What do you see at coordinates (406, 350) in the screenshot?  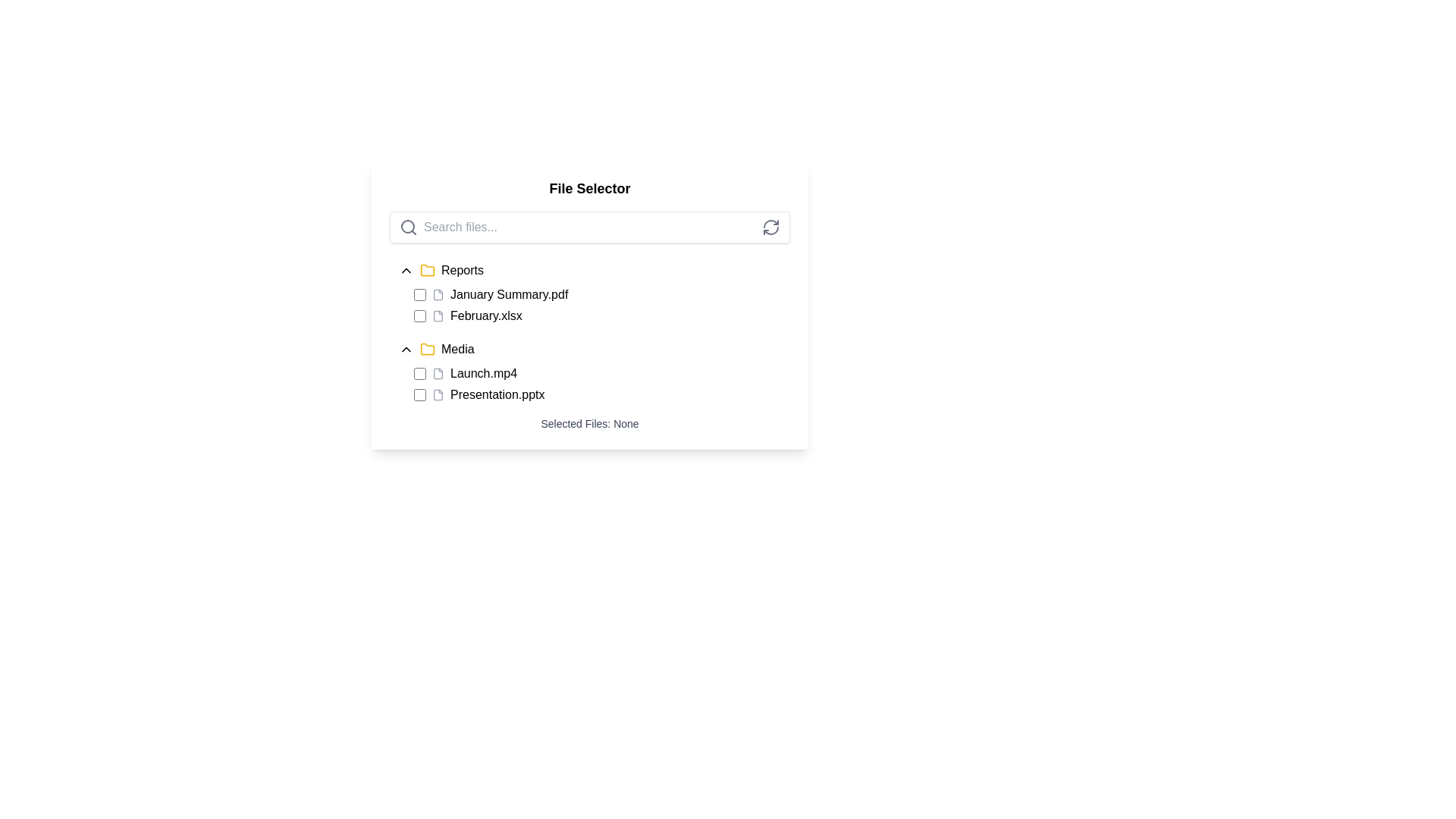 I see `the chevron icon located to the left of the 'Media' text label, which serves as an interactive toggle for expanding or collapsing the 'Media' section` at bounding box center [406, 350].